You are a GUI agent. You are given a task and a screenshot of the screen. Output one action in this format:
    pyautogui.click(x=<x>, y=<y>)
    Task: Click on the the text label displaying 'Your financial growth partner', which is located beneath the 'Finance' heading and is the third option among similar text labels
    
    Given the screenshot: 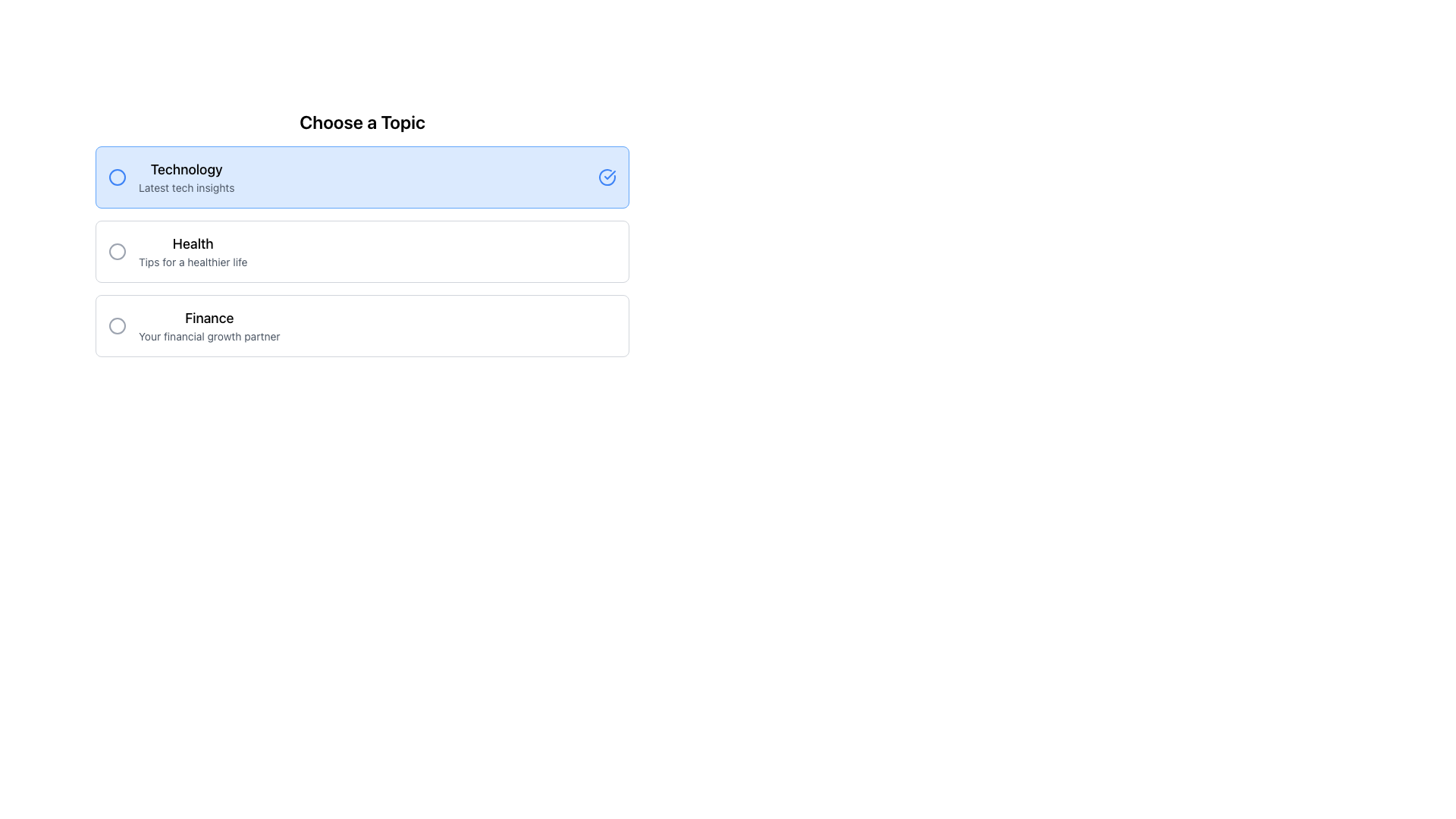 What is the action you would take?
    pyautogui.click(x=209, y=335)
    